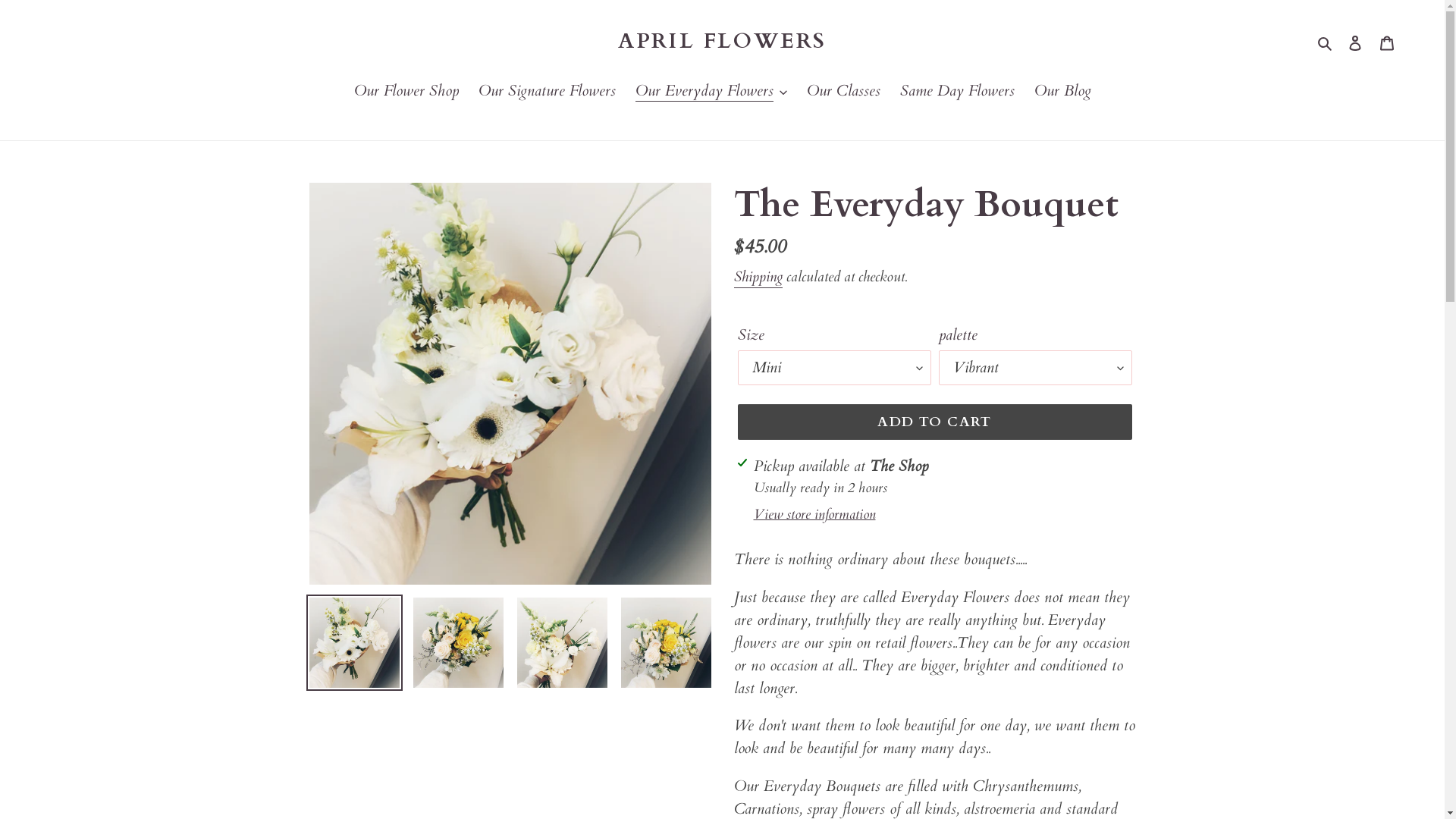 This screenshot has height=819, width=1456. What do you see at coordinates (734, 278) in the screenshot?
I see `'Shipping'` at bounding box center [734, 278].